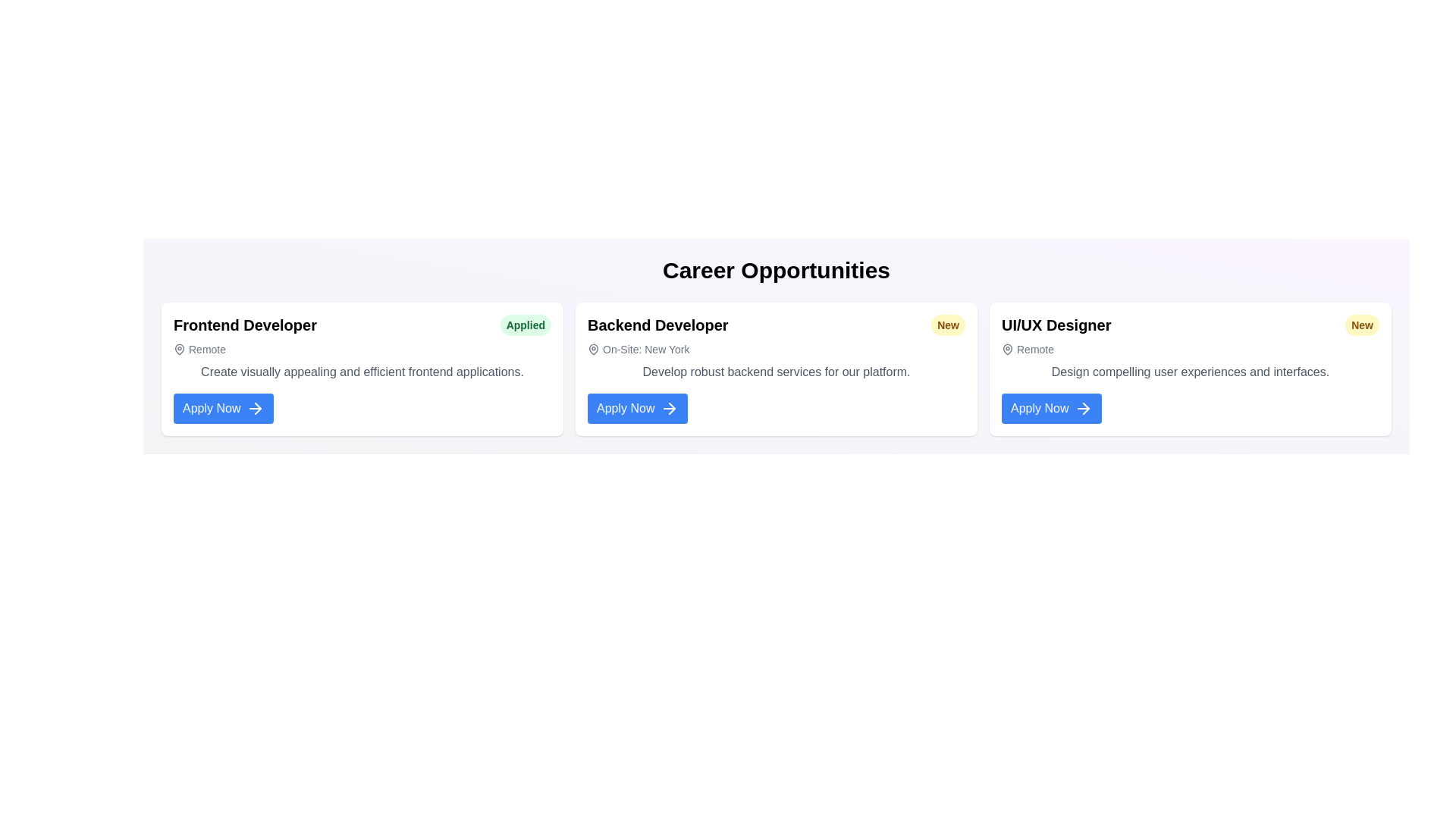 The height and width of the screenshot is (819, 1456). Describe the element at coordinates (638, 408) in the screenshot. I see `the call-to-action button for the 'Backend Developer' role to observe the hover effect` at that location.